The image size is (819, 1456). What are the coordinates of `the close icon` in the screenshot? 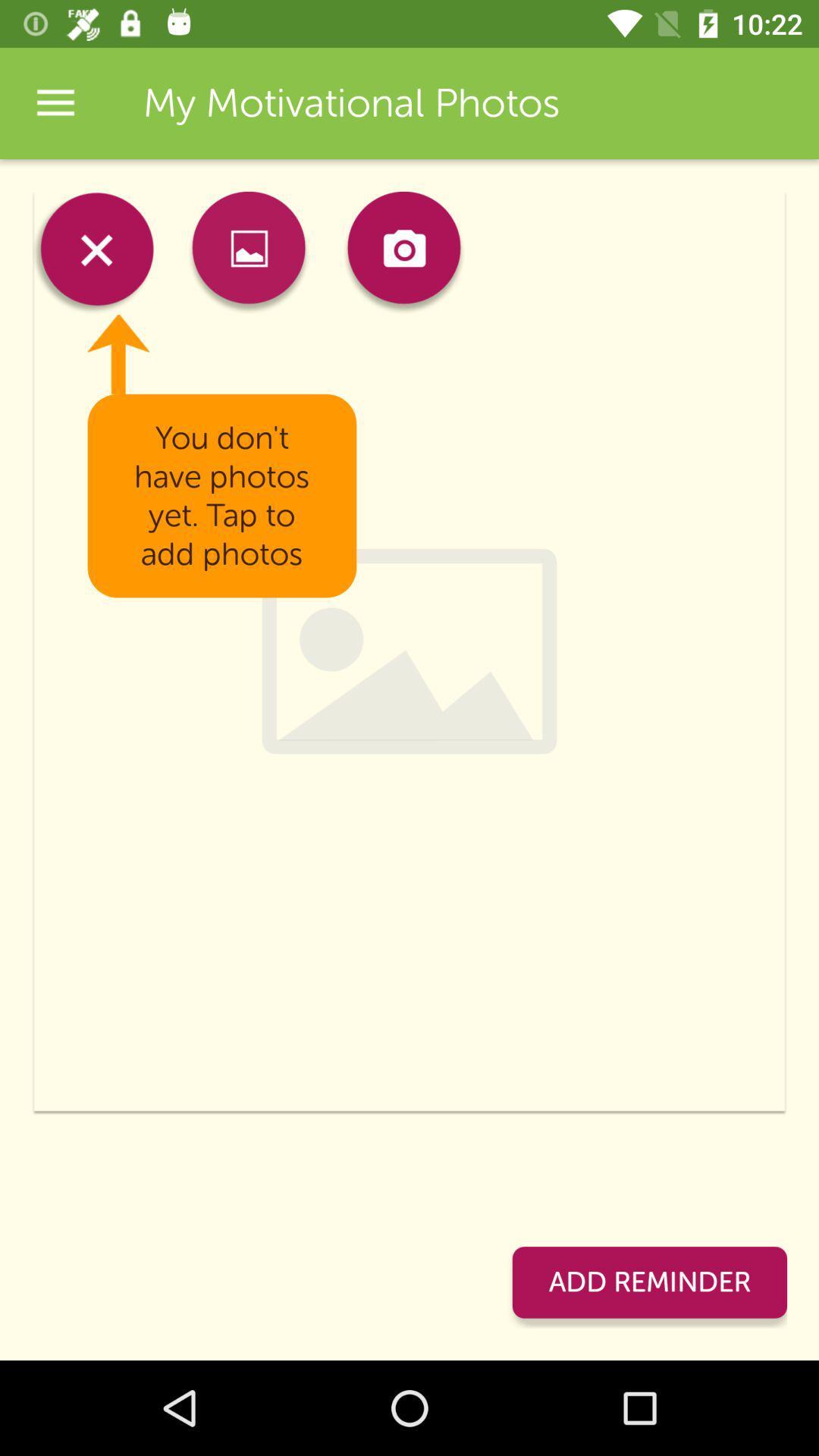 It's located at (93, 253).